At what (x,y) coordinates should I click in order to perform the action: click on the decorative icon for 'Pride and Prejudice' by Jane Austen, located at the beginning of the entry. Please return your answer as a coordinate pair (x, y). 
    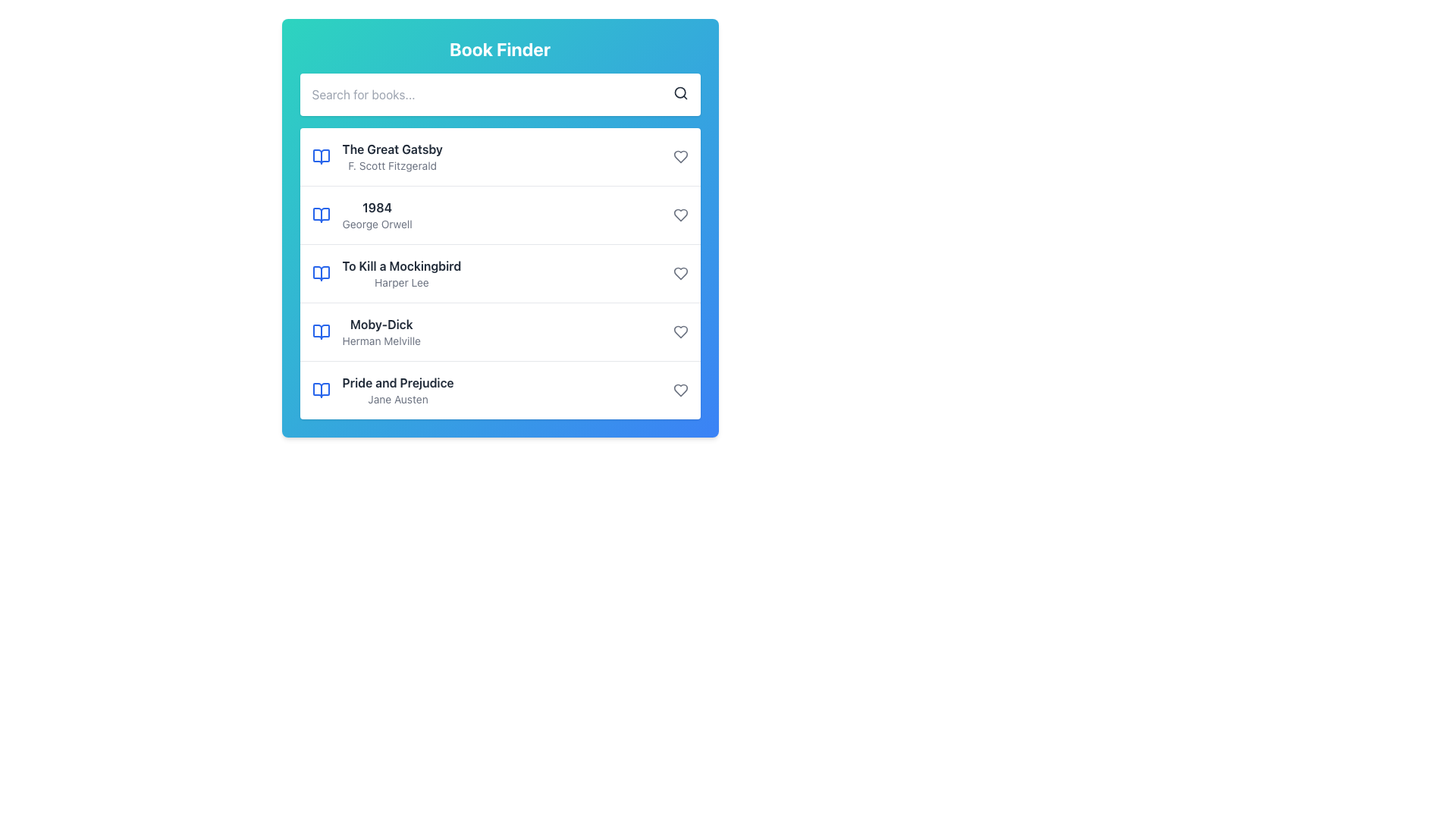
    Looking at the image, I should click on (320, 390).